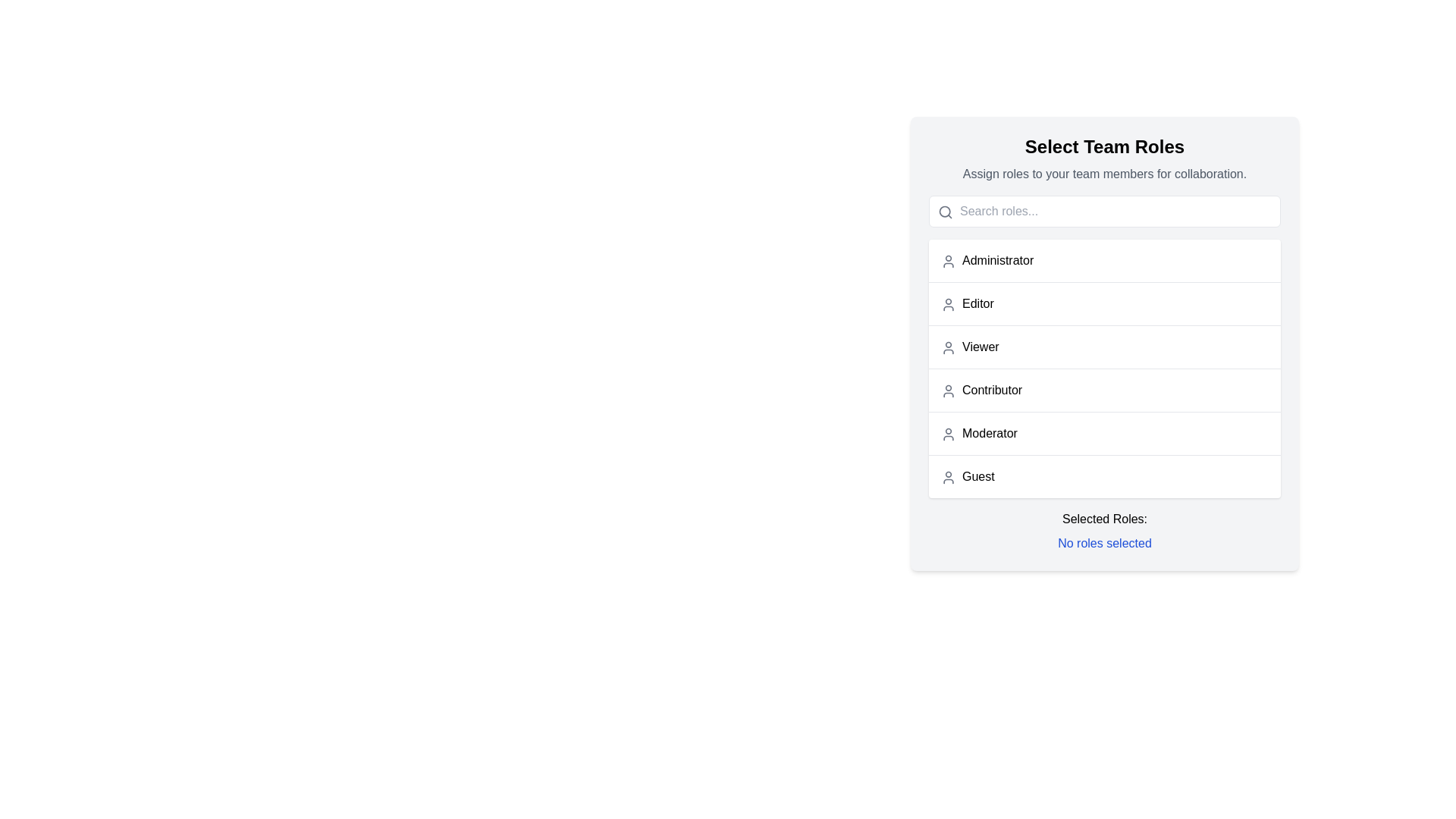 The image size is (1456, 819). Describe the element at coordinates (945, 212) in the screenshot. I see `the gray magnifying glass search icon located in the left corner of the text input field labeled 'Search roles...' to focus on the text input field` at that location.